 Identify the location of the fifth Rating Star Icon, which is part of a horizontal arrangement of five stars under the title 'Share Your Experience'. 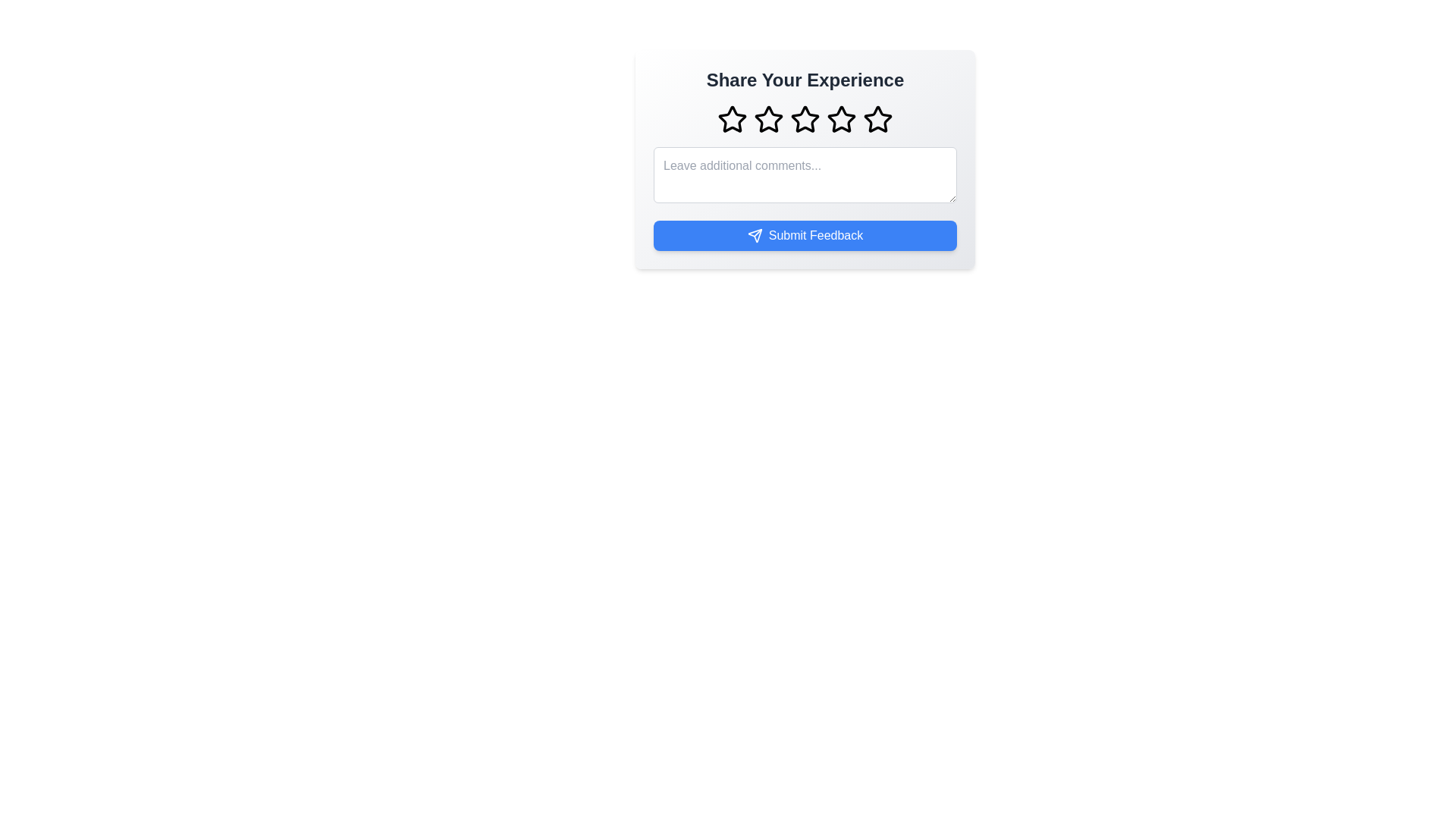
(877, 118).